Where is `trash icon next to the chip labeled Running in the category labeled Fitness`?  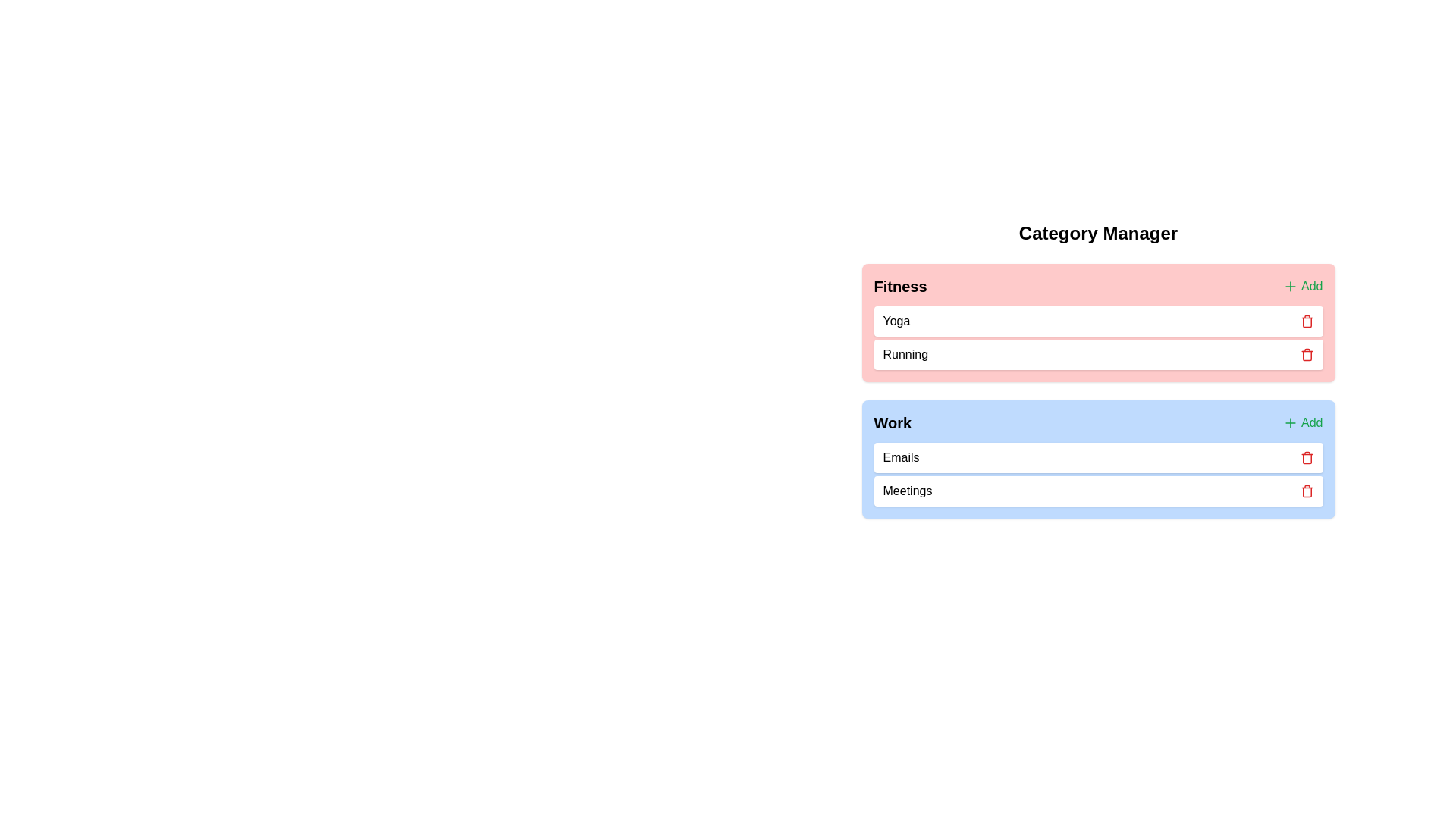
trash icon next to the chip labeled Running in the category labeled Fitness is located at coordinates (1306, 354).